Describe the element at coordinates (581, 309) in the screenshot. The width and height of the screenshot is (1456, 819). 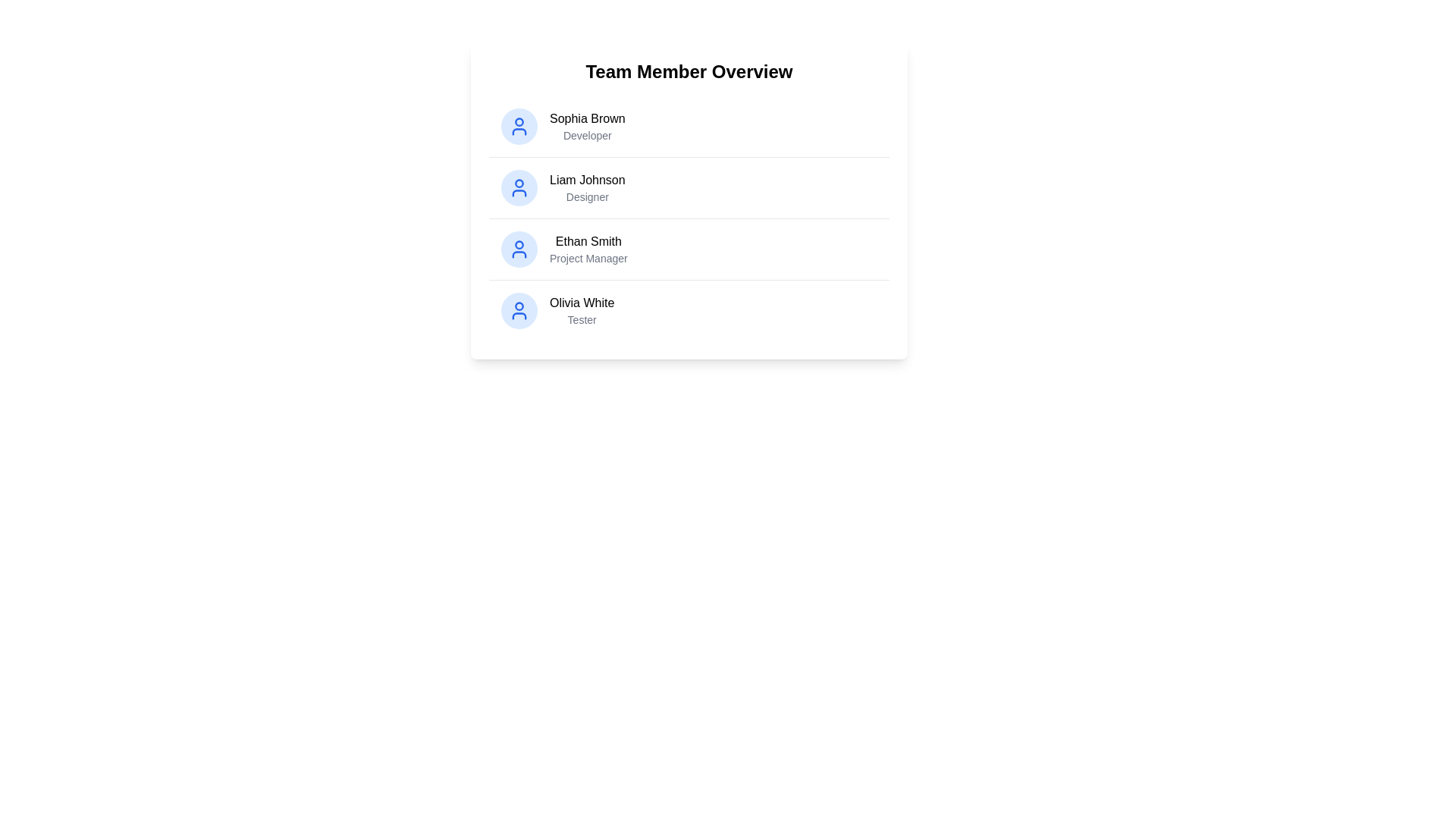
I see `the Text Label Group displaying 'Olivia White' and 'Tester' for additional actions` at that location.